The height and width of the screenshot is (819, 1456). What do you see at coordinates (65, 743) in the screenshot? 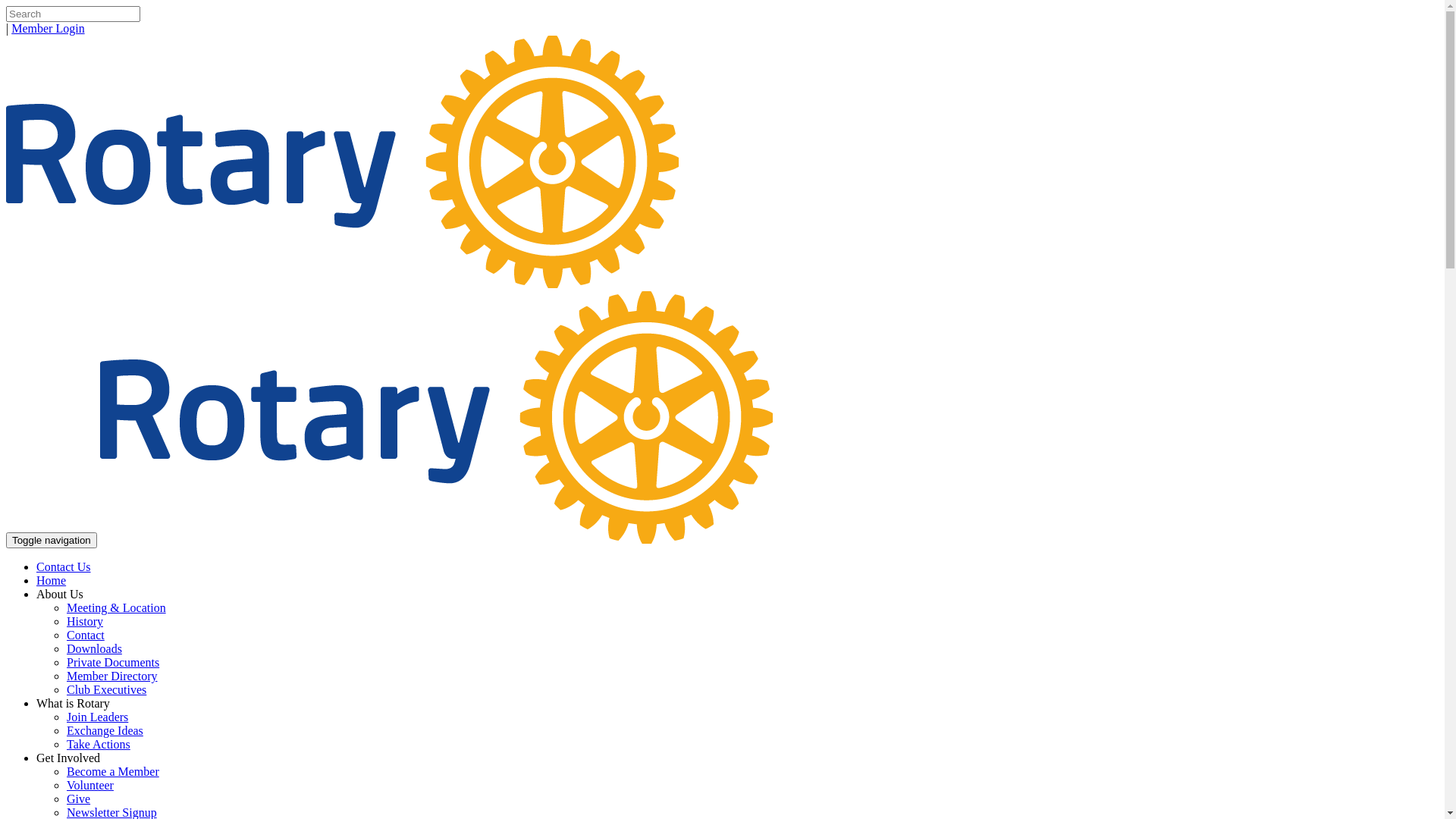
I see `'Take Actions'` at bounding box center [65, 743].